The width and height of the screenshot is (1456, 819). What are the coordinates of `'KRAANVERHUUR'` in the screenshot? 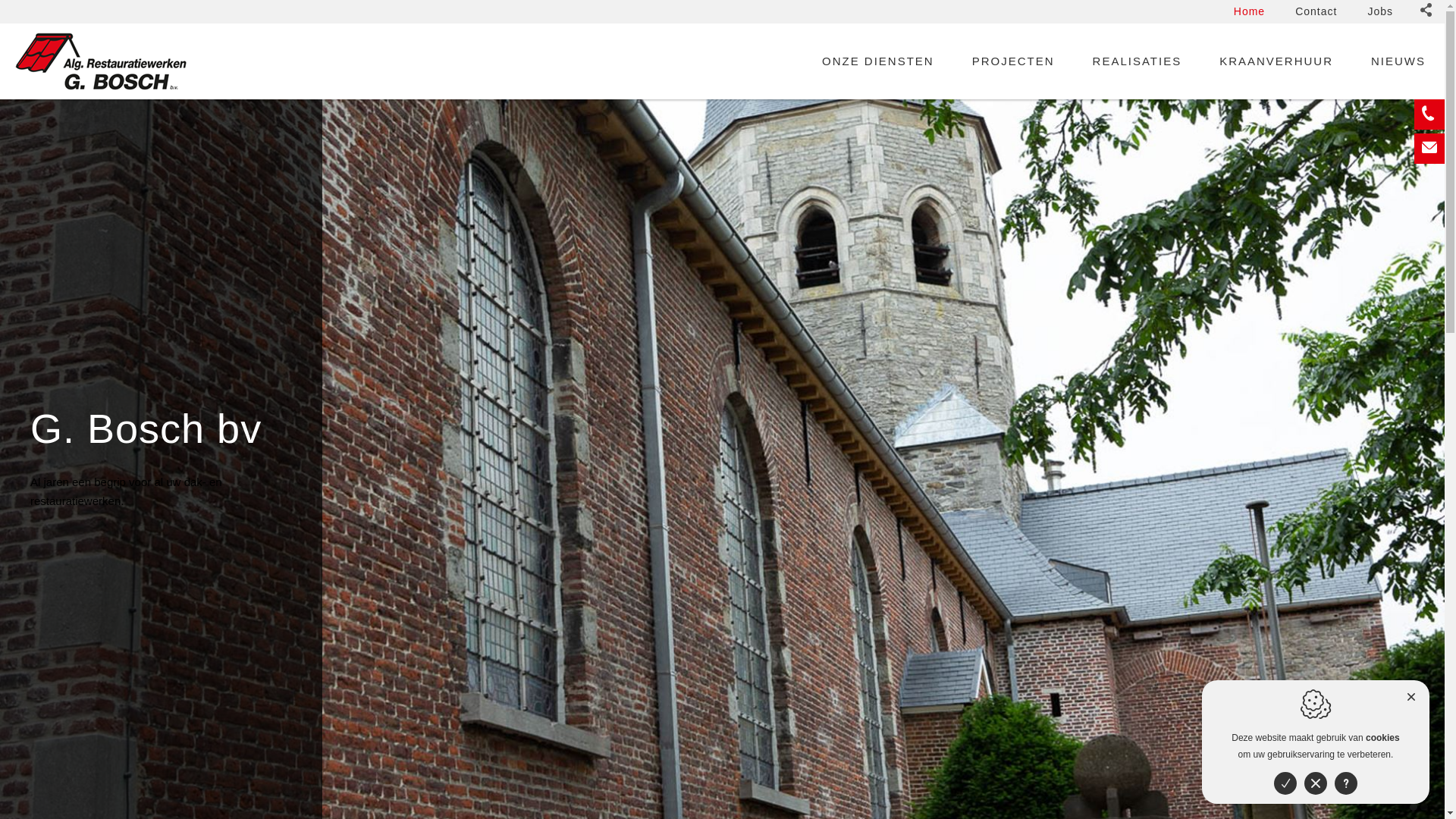 It's located at (1211, 61).